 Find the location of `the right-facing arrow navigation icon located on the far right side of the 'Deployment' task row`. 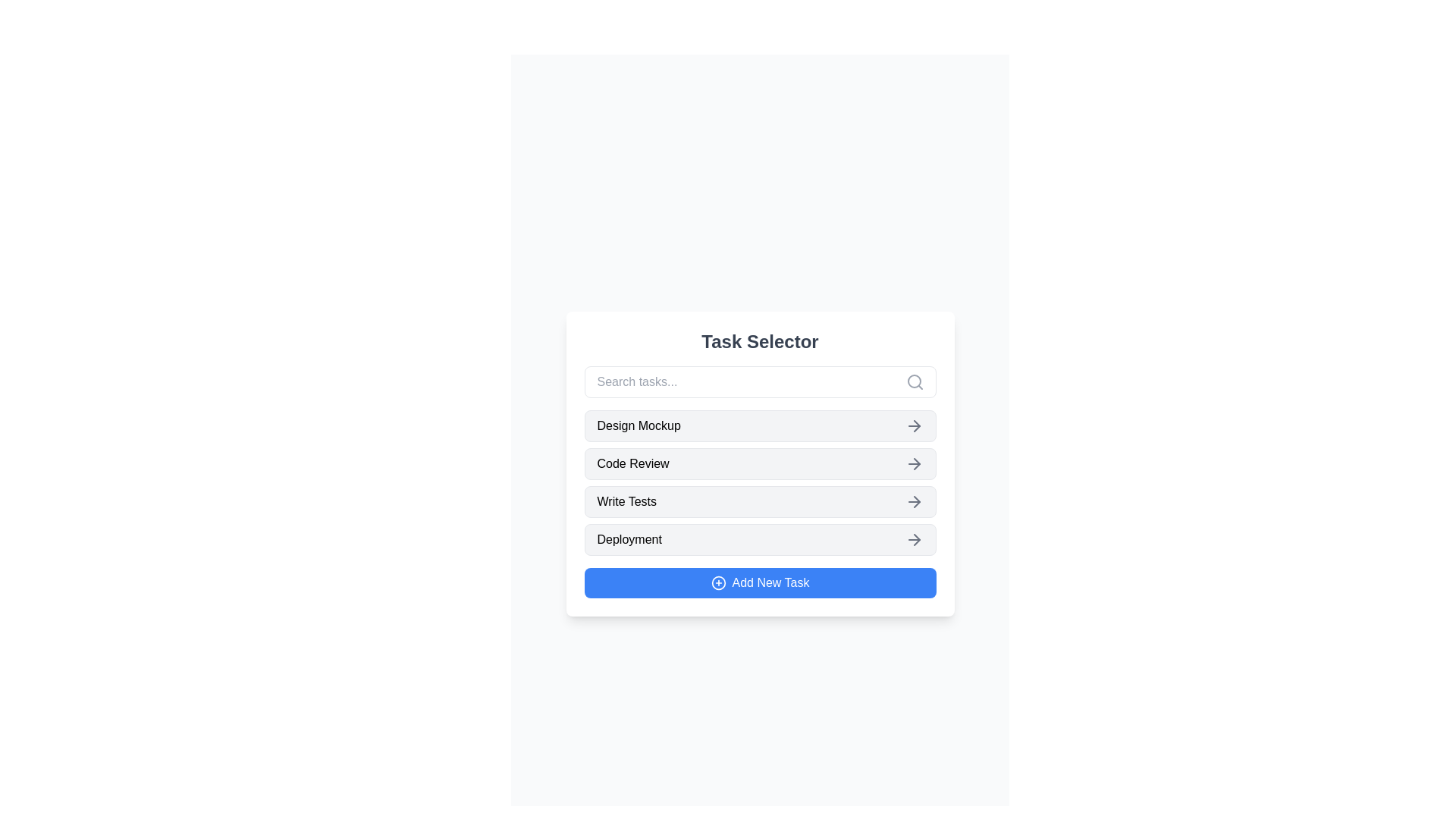

the right-facing arrow navigation icon located on the far right side of the 'Deployment' task row is located at coordinates (913, 539).